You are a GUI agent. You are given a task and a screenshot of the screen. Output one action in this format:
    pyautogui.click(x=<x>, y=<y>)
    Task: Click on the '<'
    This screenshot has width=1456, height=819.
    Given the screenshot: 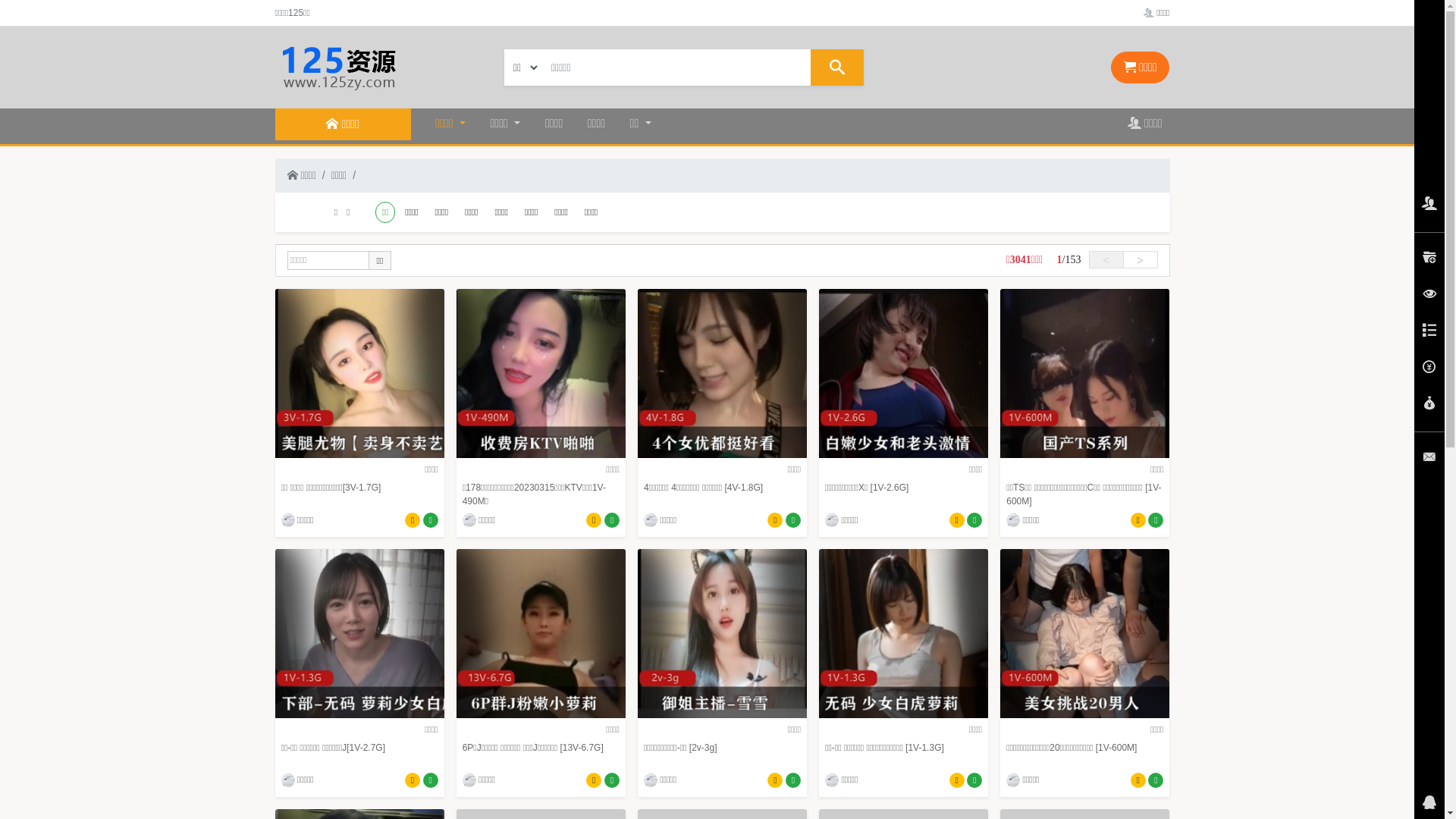 What is the action you would take?
    pyautogui.click(x=1106, y=259)
    